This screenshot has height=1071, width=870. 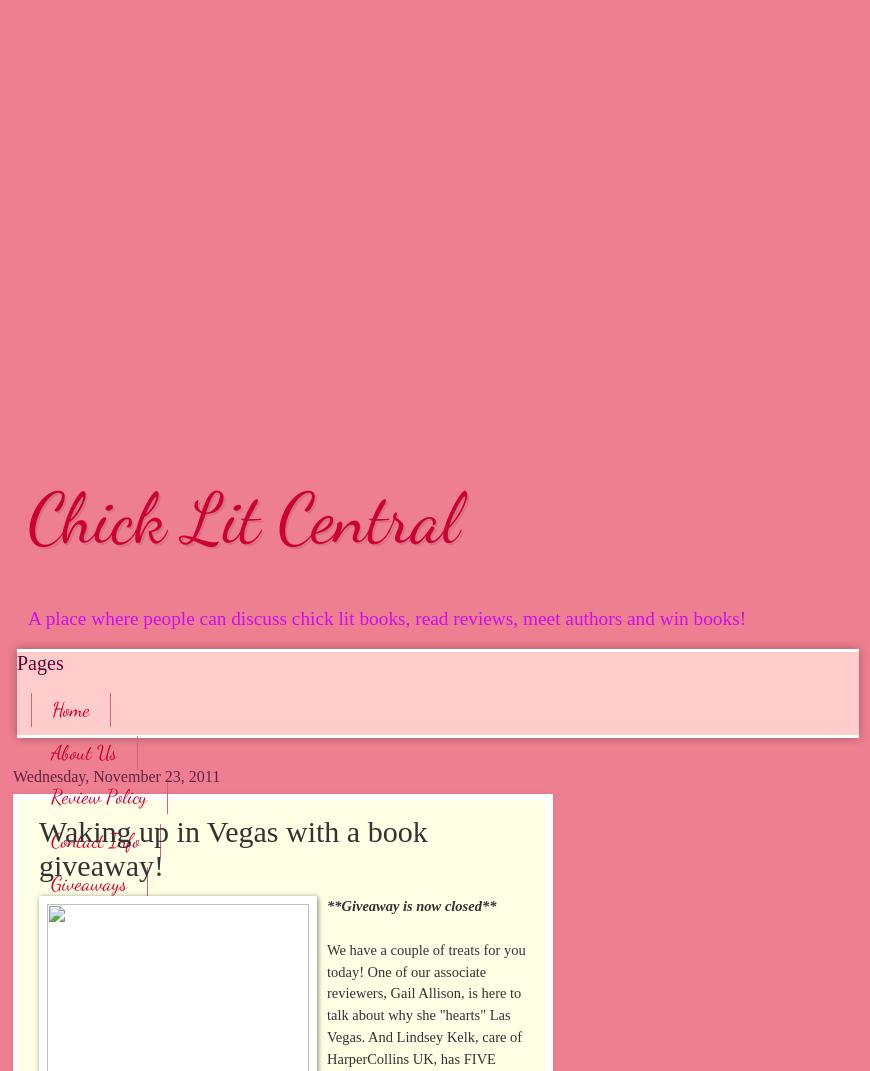 I want to click on 'Waking up in Vegas with a book giveaway!', so click(x=232, y=847).